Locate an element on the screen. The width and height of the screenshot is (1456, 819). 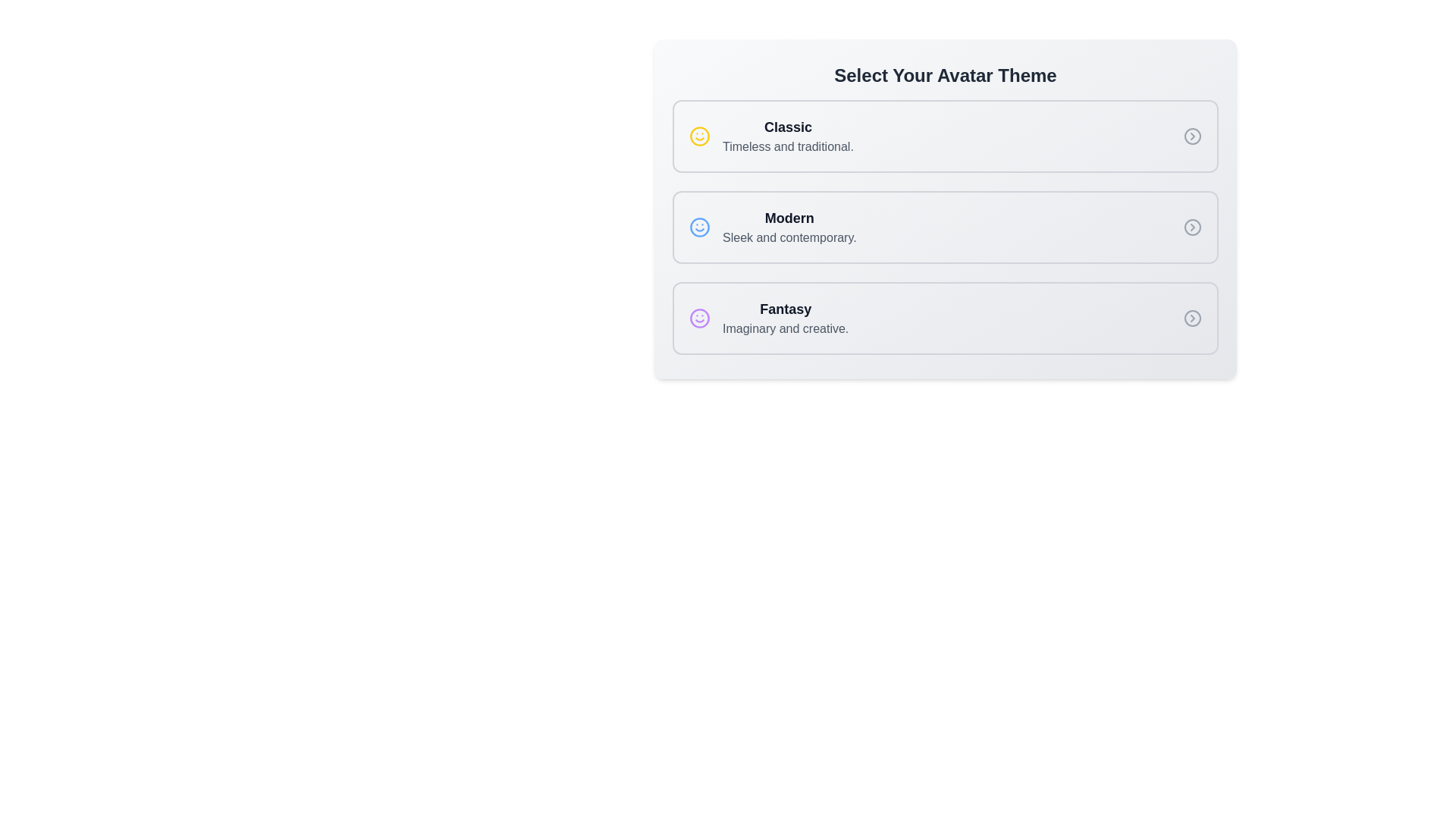
the graphical element that represents a facial feature in the 'Fantasy' themed icon, which is centrally located within the icon next to the label text is located at coordinates (698, 318).